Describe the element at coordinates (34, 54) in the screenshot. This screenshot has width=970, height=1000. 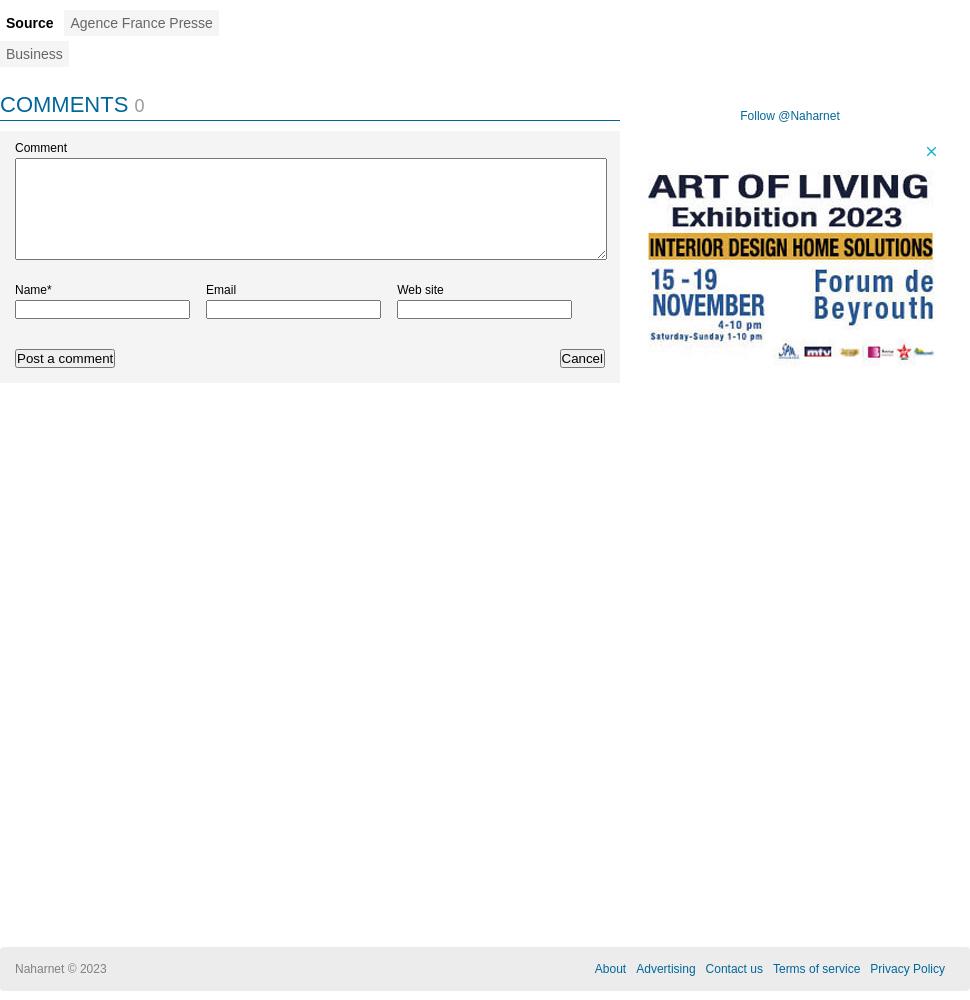
I see `'Business'` at that location.